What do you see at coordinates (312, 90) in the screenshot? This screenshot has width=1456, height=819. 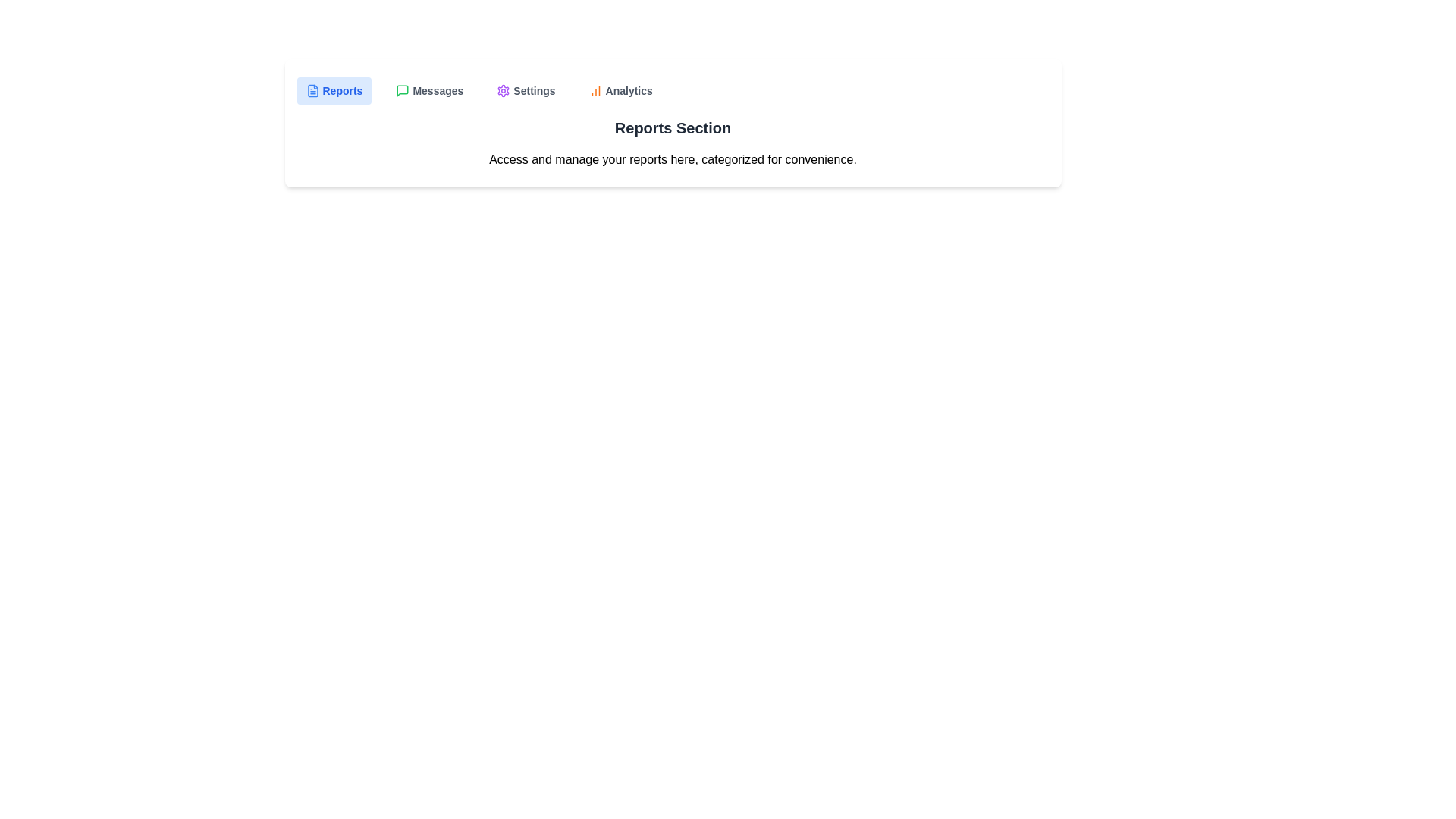 I see `the icon indicating document-related functionalities associated with the 'Reports' option, which is positioned to the left of the text 'Reports' in the navigation bar` at bounding box center [312, 90].